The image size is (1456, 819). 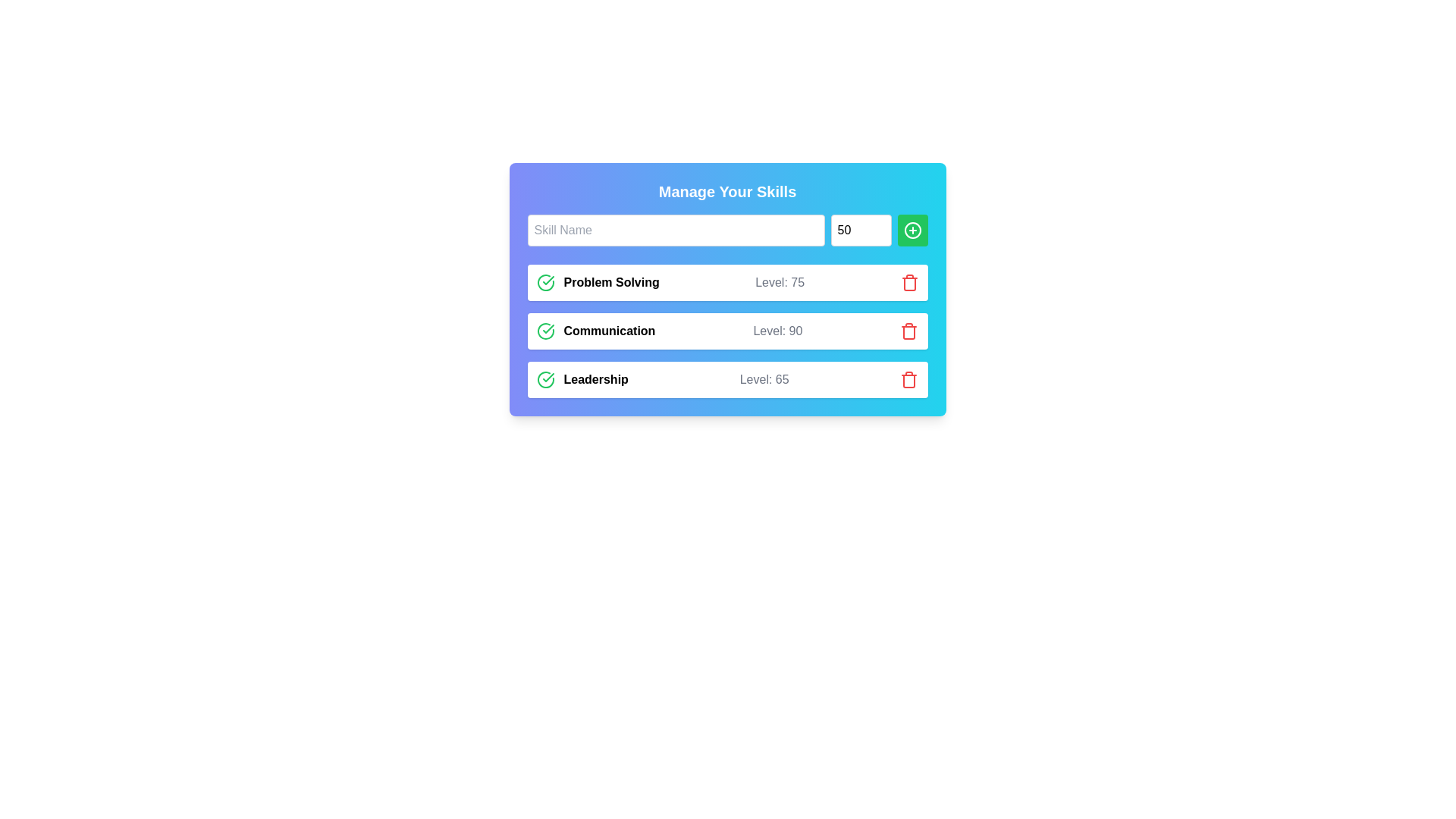 I want to click on the green circular arc graphical visualization in the 'Manage Your Skills' section beside the 'Leadership' label, so click(x=545, y=379).